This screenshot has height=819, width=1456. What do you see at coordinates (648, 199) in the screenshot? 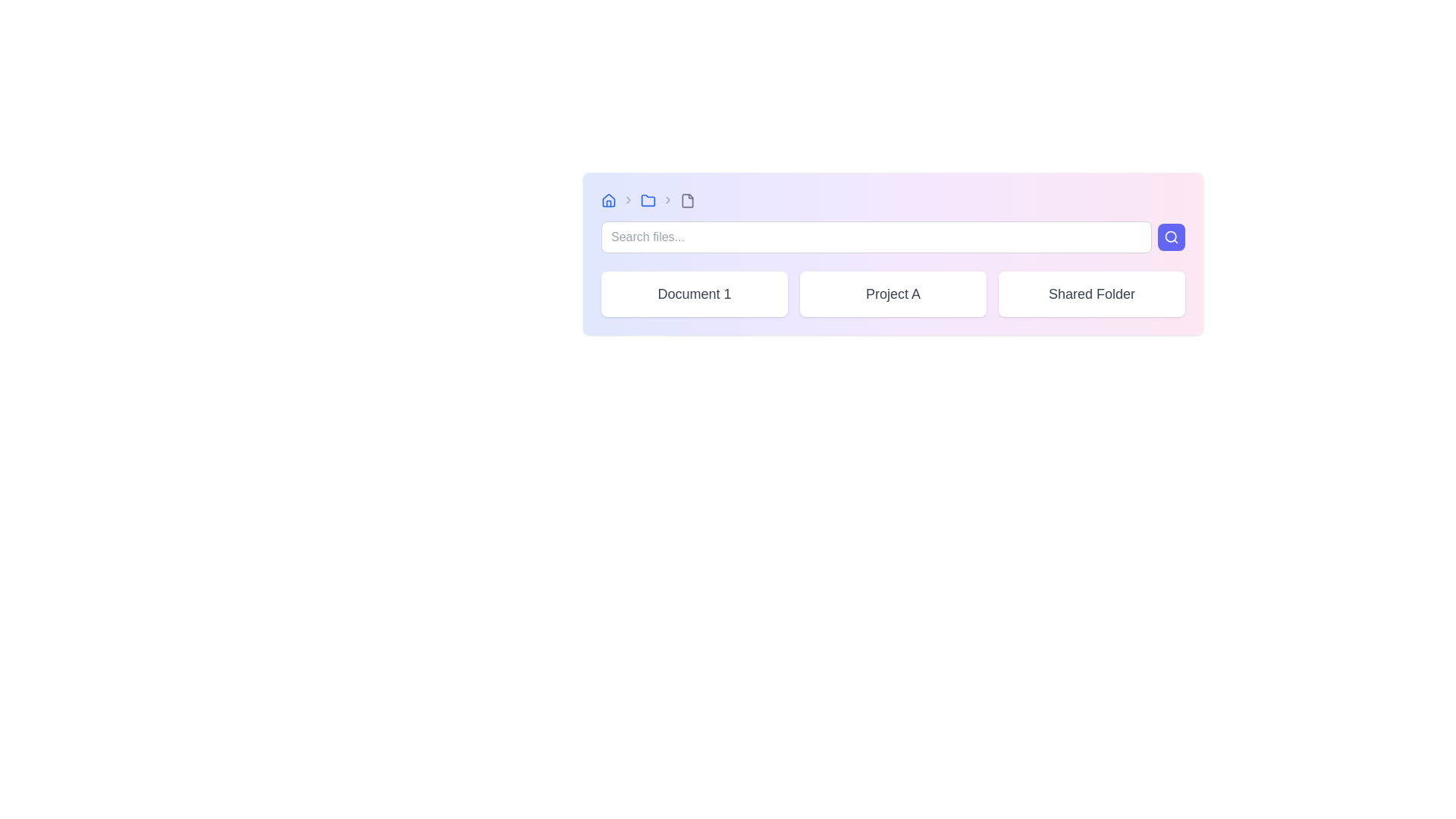
I see `the folder icon located in the top-left toolbar section` at bounding box center [648, 199].